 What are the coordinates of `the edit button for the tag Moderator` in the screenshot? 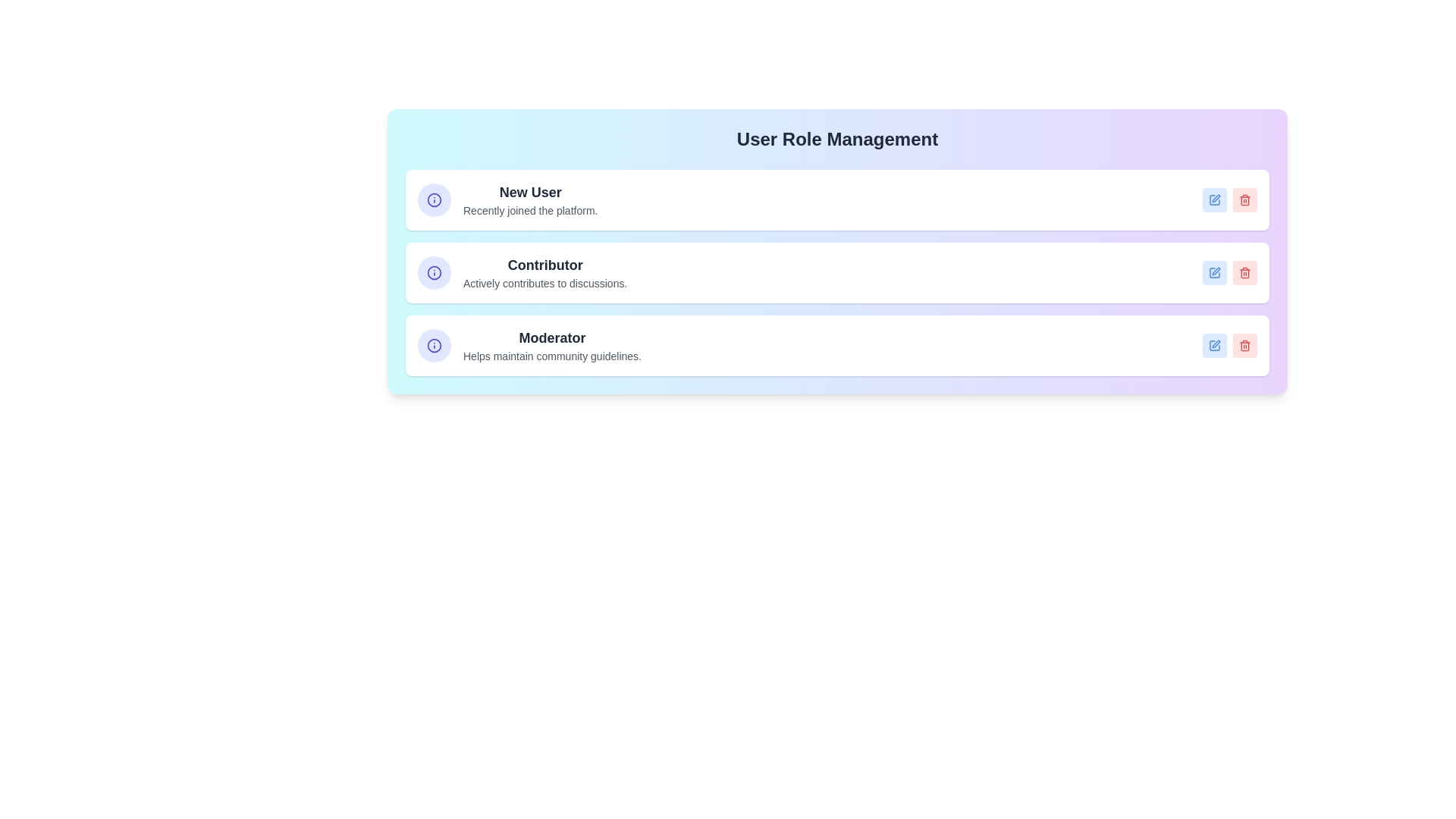 It's located at (1215, 345).